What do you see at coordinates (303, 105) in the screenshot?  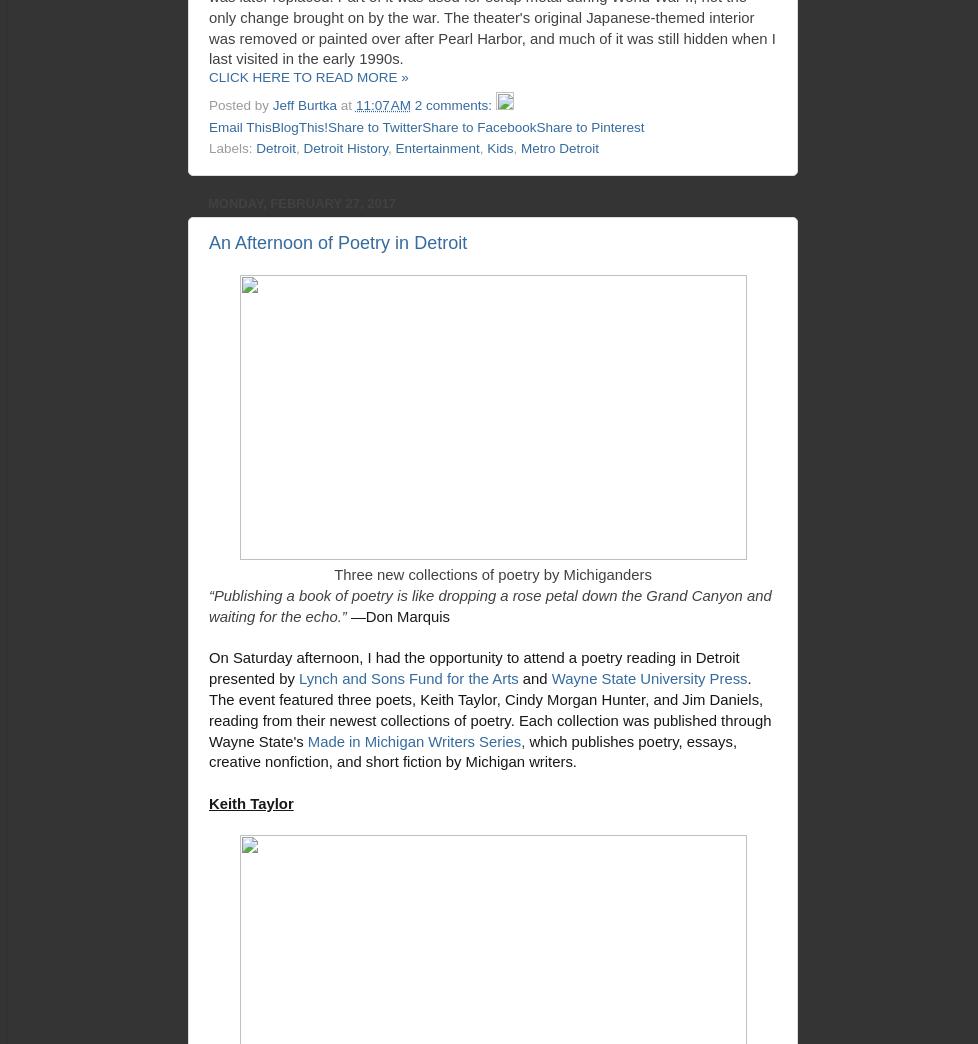 I see `'Jeff Burtka'` at bounding box center [303, 105].